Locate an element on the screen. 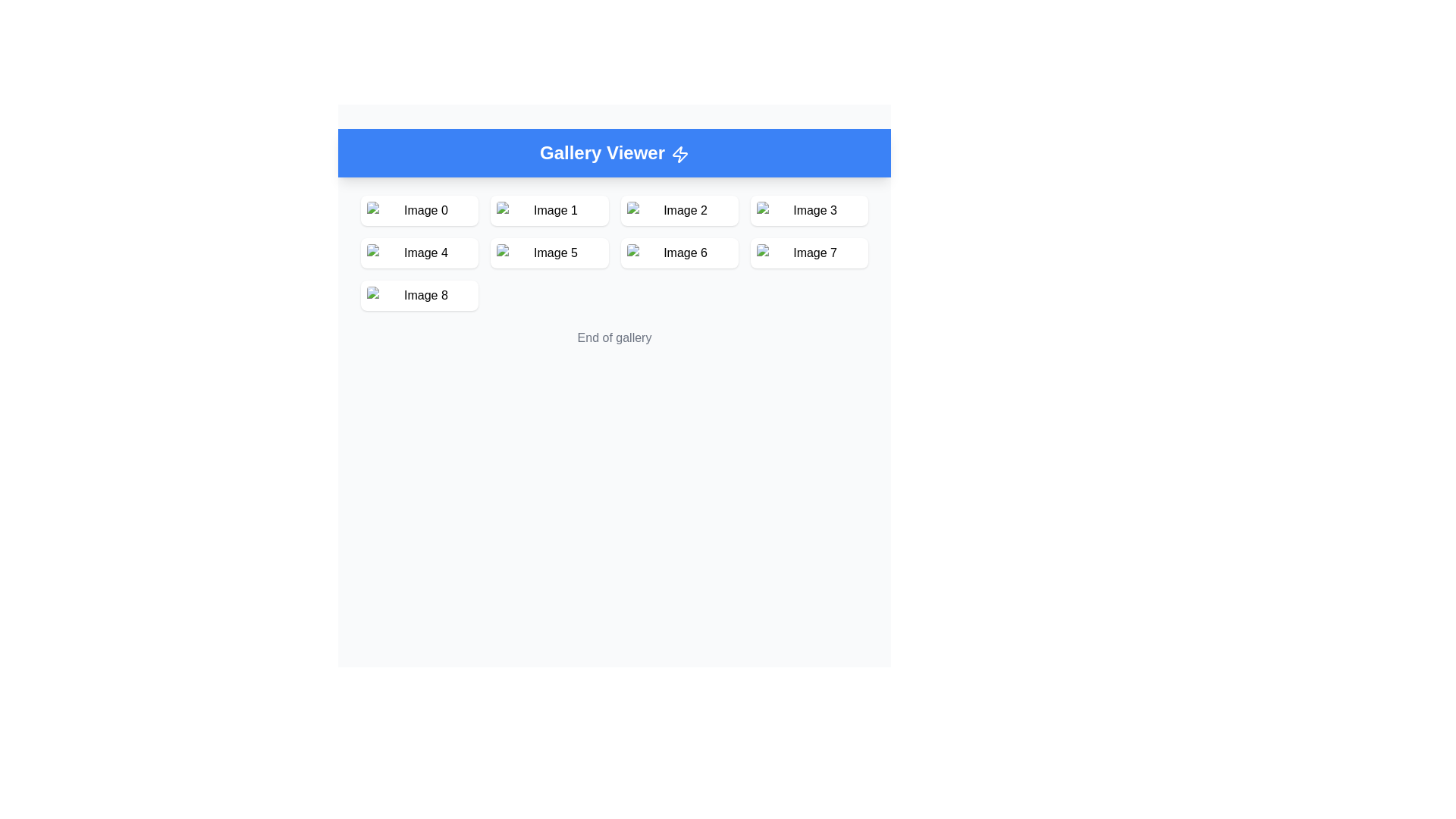  the card-like component containing an image and label is located at coordinates (679, 253).